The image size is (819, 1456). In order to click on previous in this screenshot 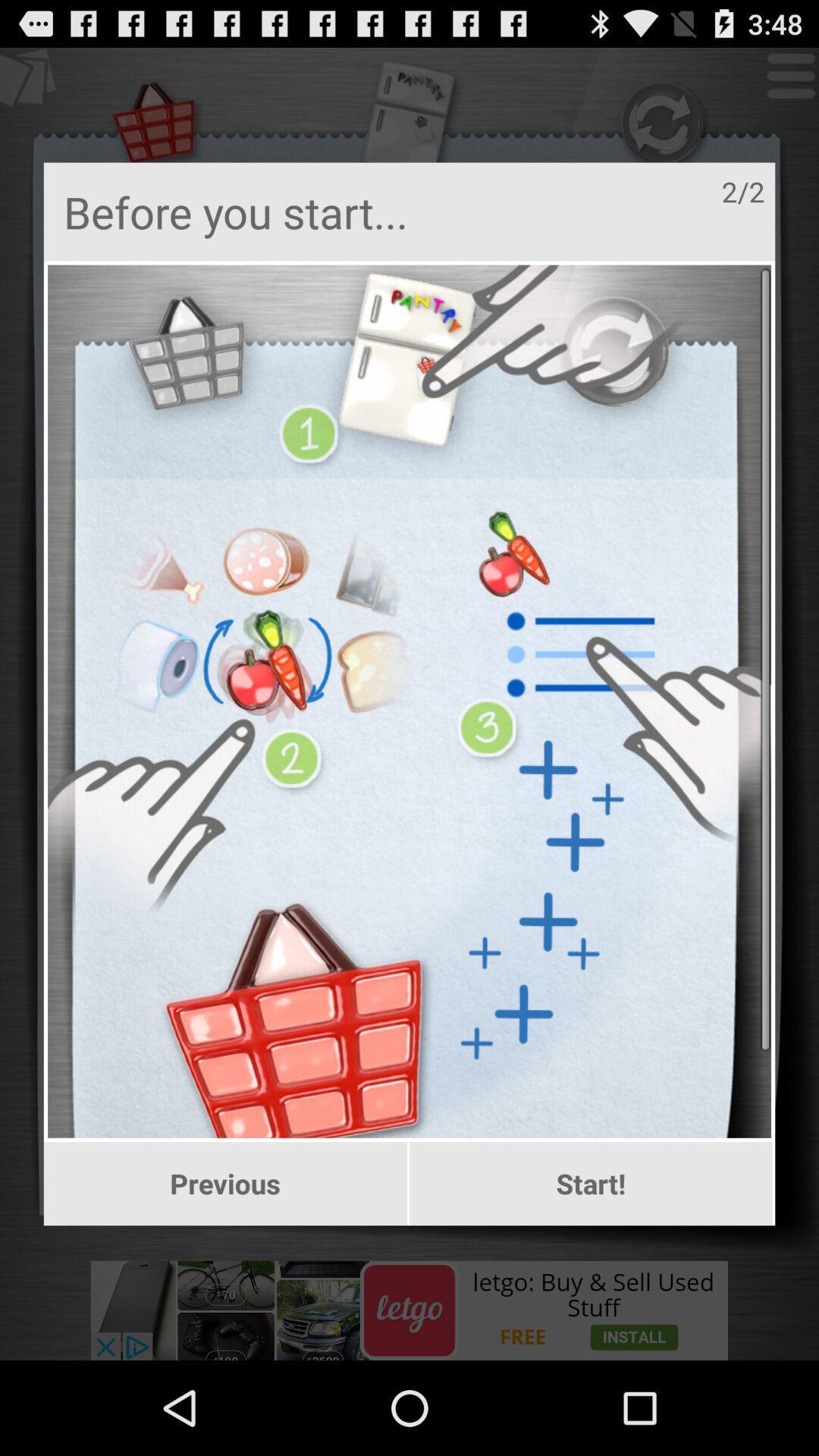, I will do `click(225, 1183)`.